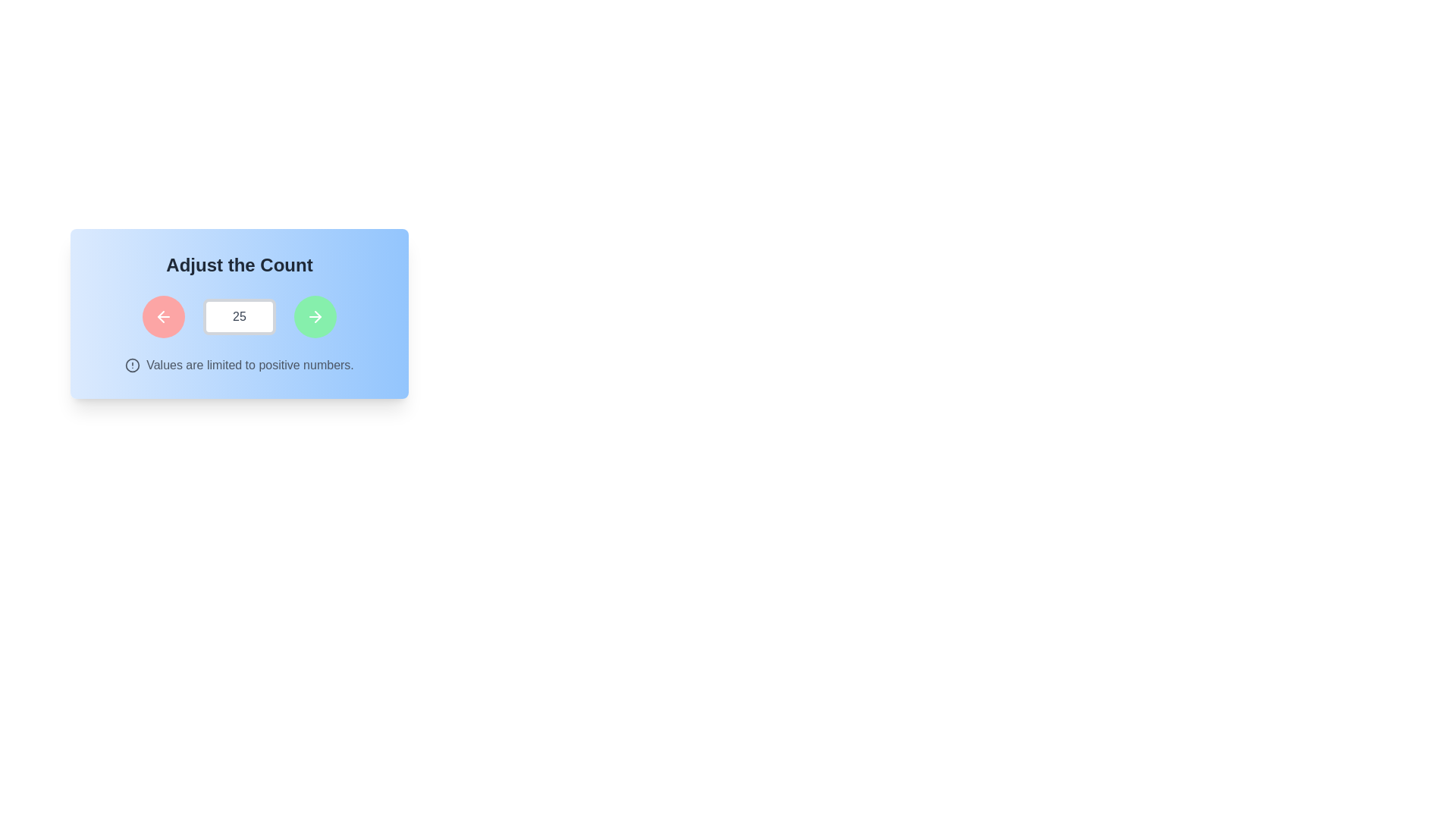 Image resolution: width=1456 pixels, height=819 pixels. Describe the element at coordinates (164, 315) in the screenshot. I see `the circular red button with a leftward-pointing white arrow icon, located within the 'Adjust the Count' section, to observe its hover effect` at that location.